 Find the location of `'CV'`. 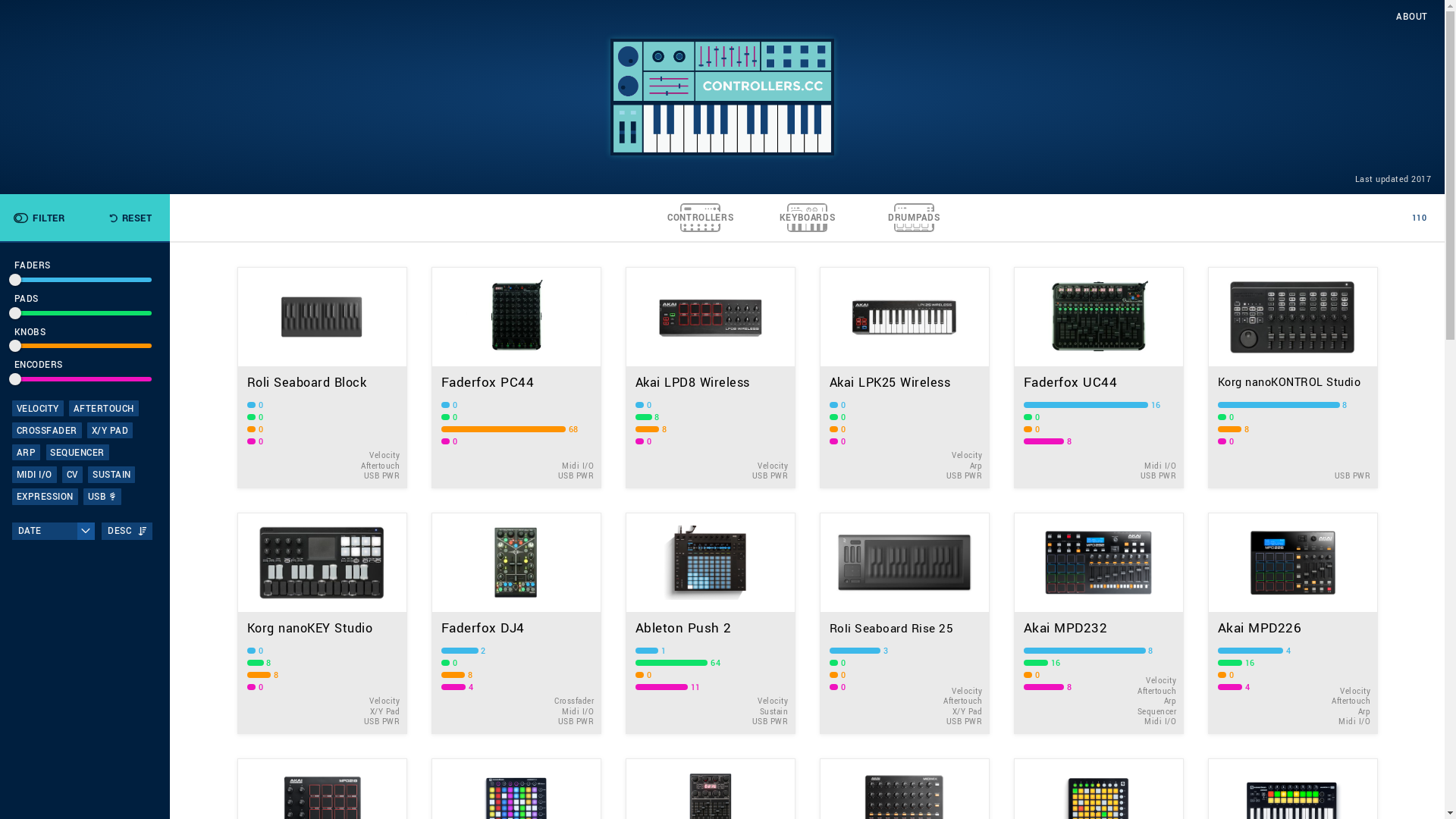

'CV' is located at coordinates (61, 473).